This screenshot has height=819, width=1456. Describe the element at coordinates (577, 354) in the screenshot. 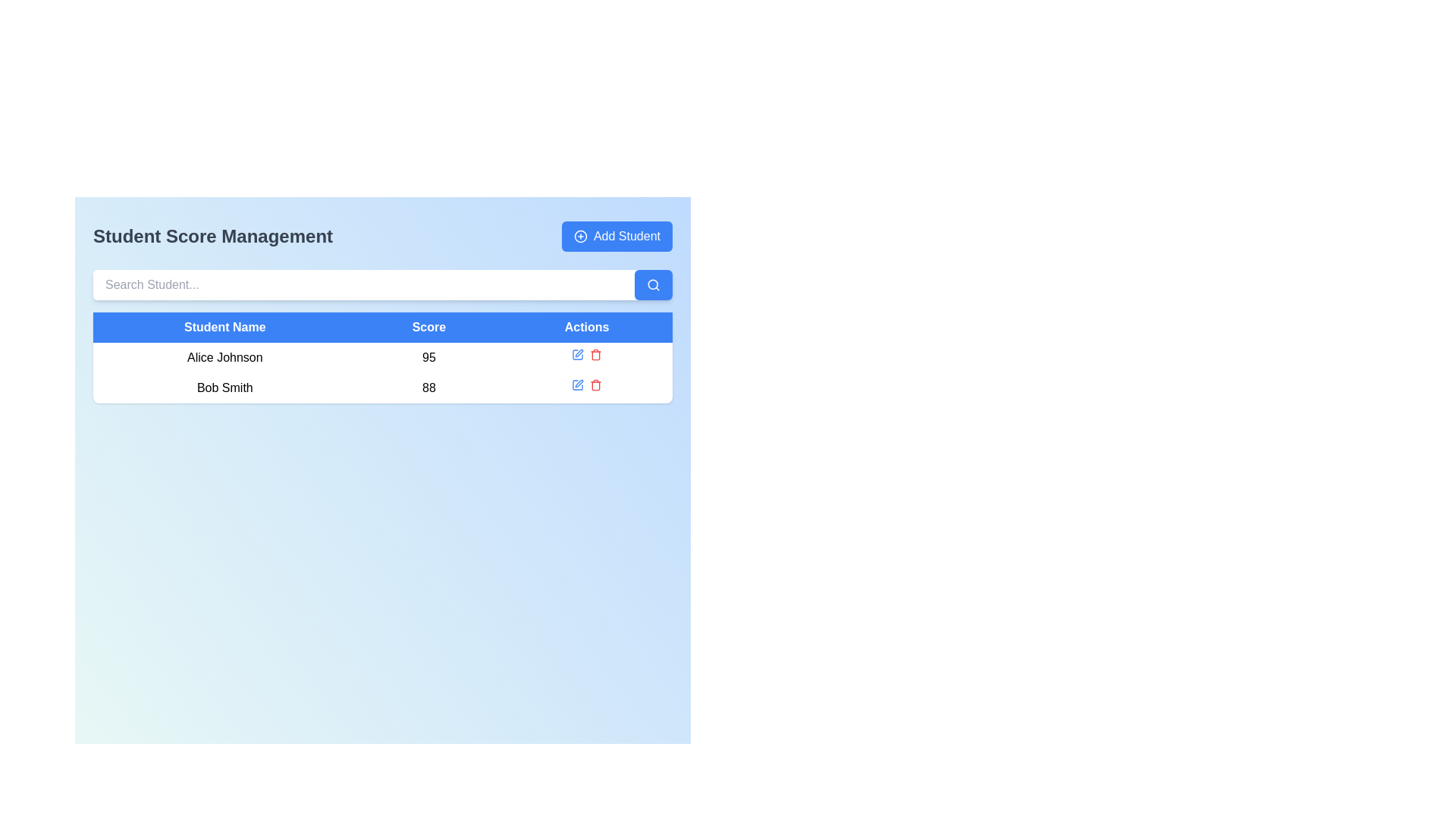

I see `the edit icon button, which is a square-shaped component with a pencil-like icon, located in the 'Actions' column of the second row of the table` at that location.